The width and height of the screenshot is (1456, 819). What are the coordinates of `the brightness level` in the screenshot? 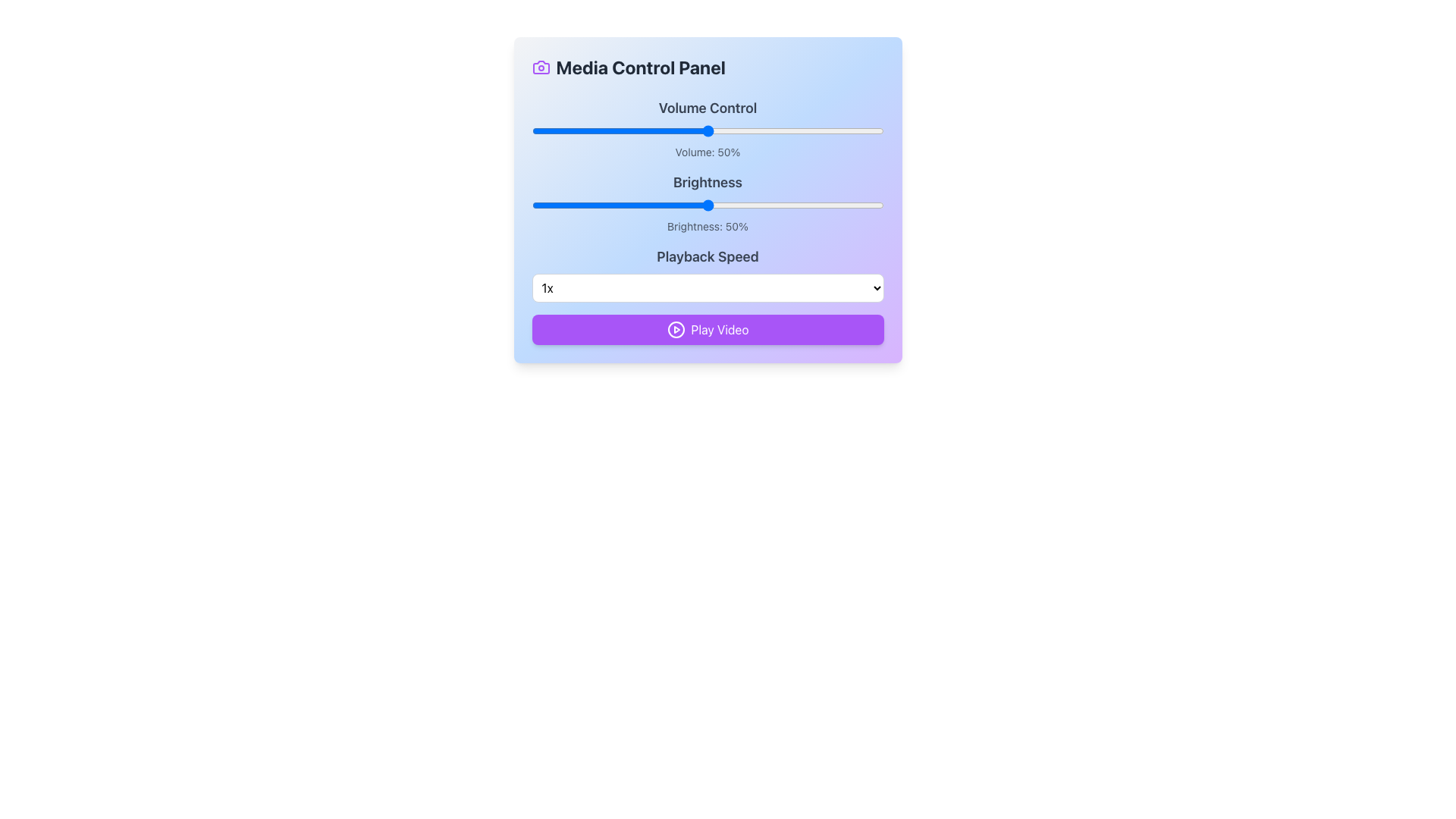 It's located at (866, 205).